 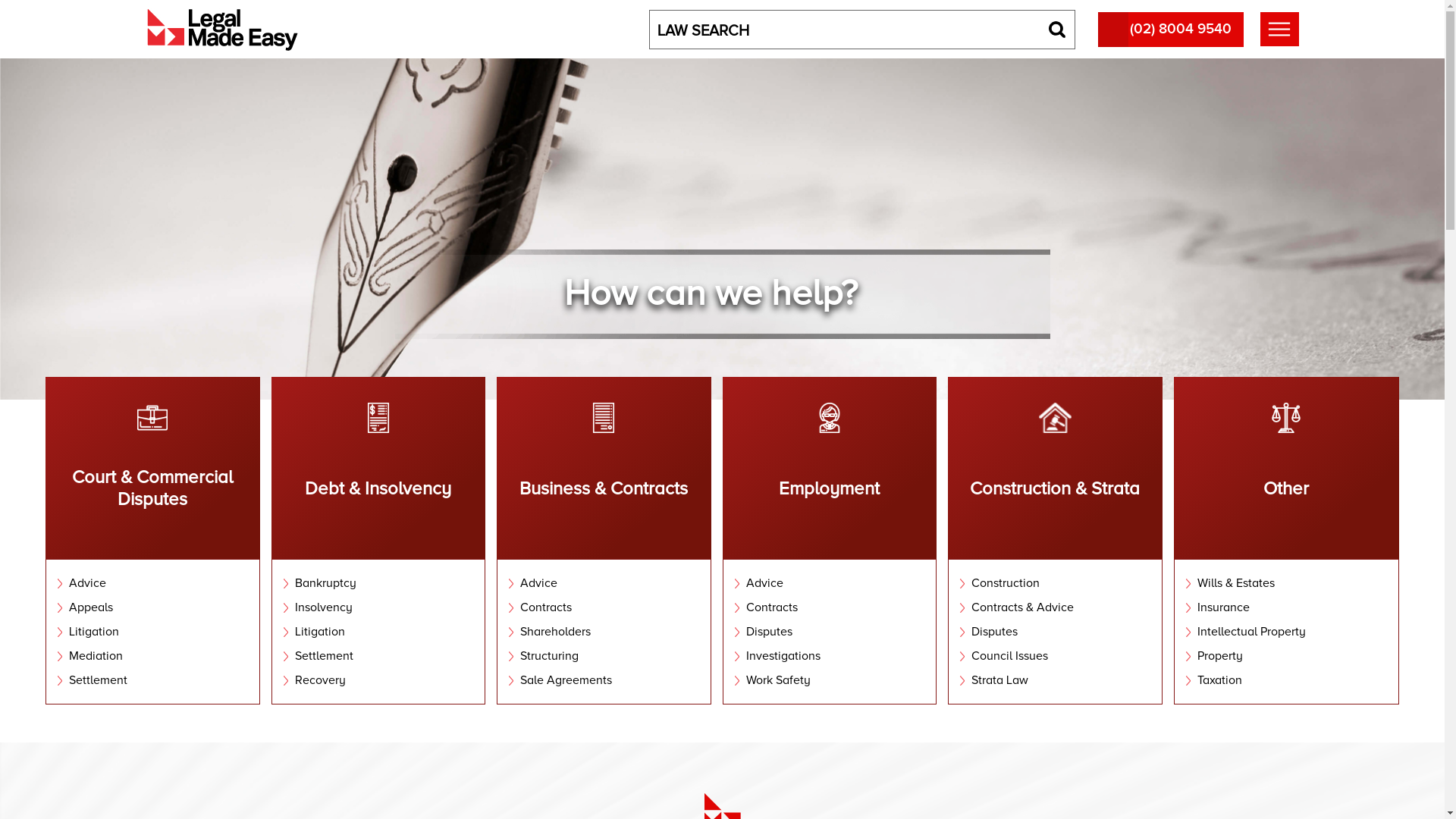 What do you see at coordinates (1098, 29) in the screenshot?
I see `'(02) 8004 9540'` at bounding box center [1098, 29].